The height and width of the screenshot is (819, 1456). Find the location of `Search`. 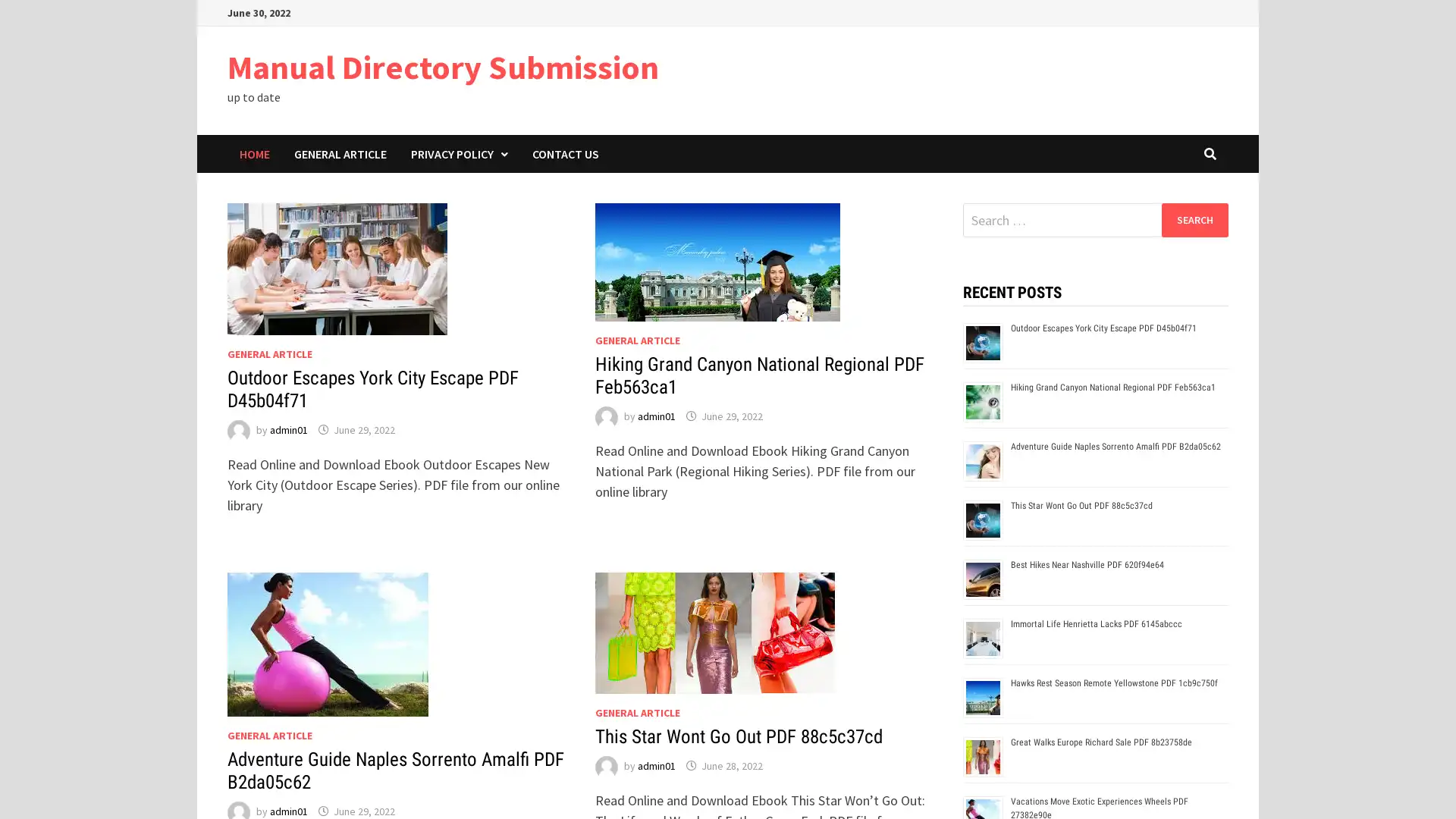

Search is located at coordinates (1194, 219).